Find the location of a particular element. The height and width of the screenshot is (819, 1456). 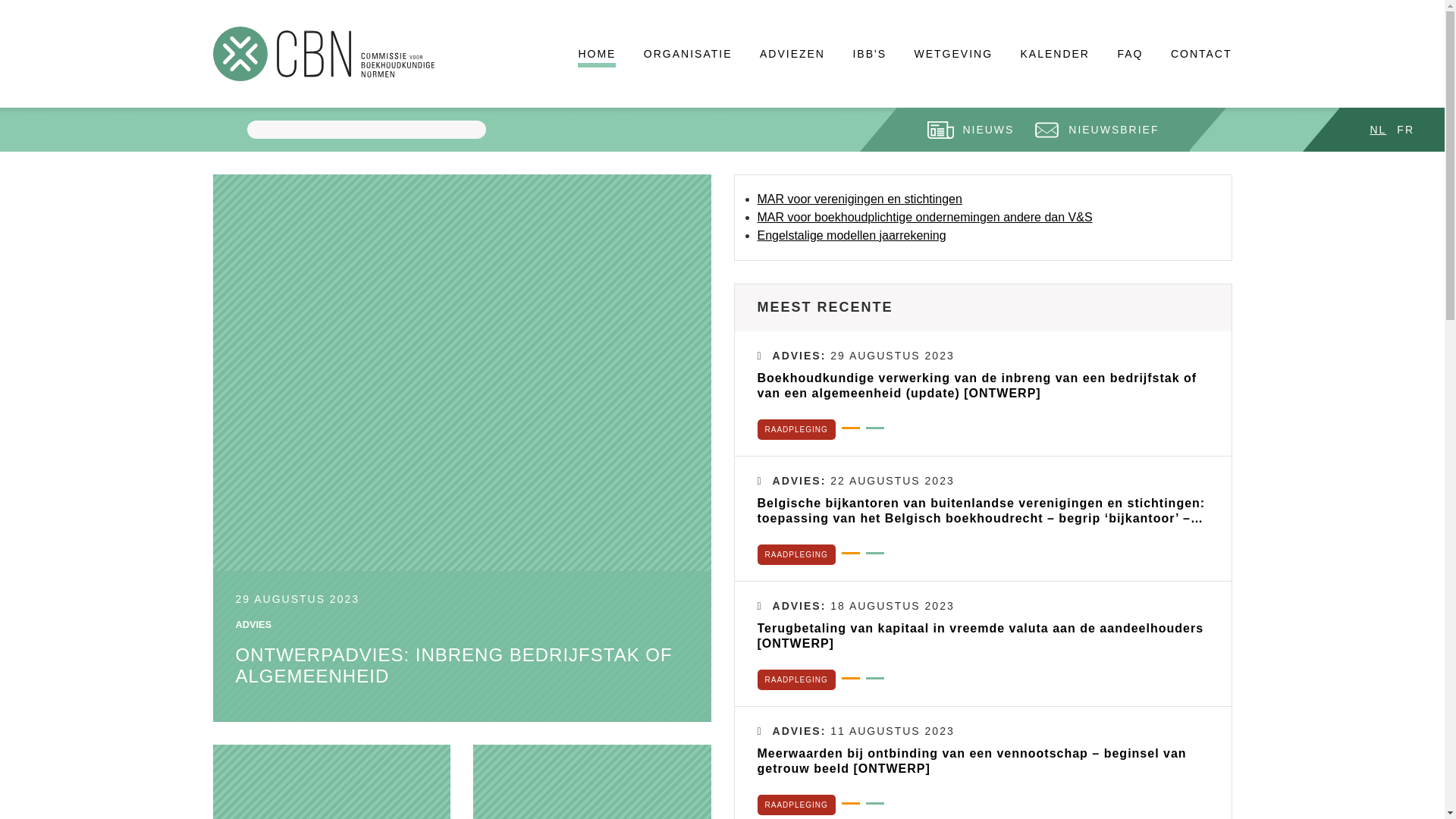

'ADVIEZEN' is located at coordinates (792, 55).